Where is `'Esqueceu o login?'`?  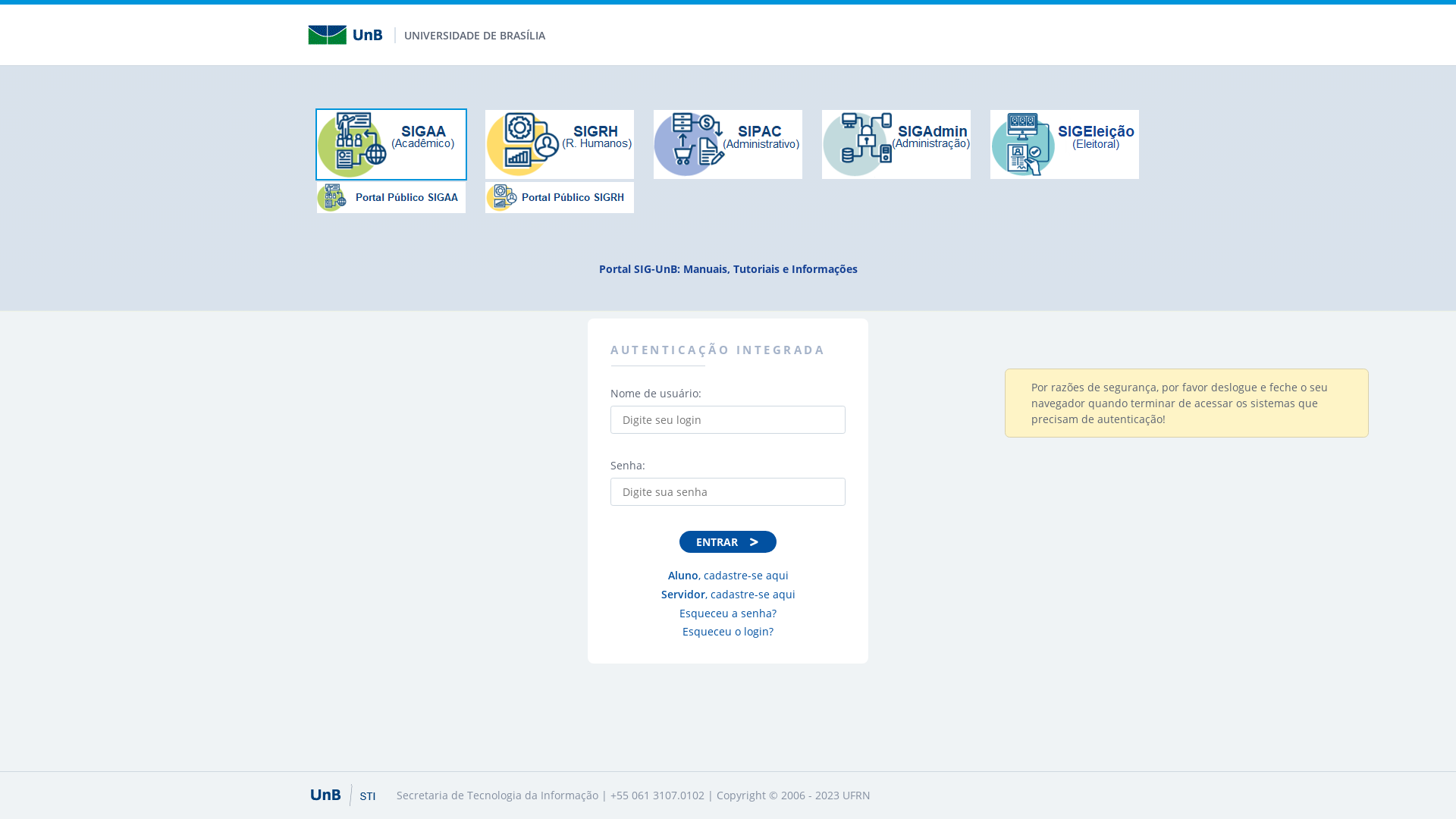 'Esqueceu o login?' is located at coordinates (726, 631).